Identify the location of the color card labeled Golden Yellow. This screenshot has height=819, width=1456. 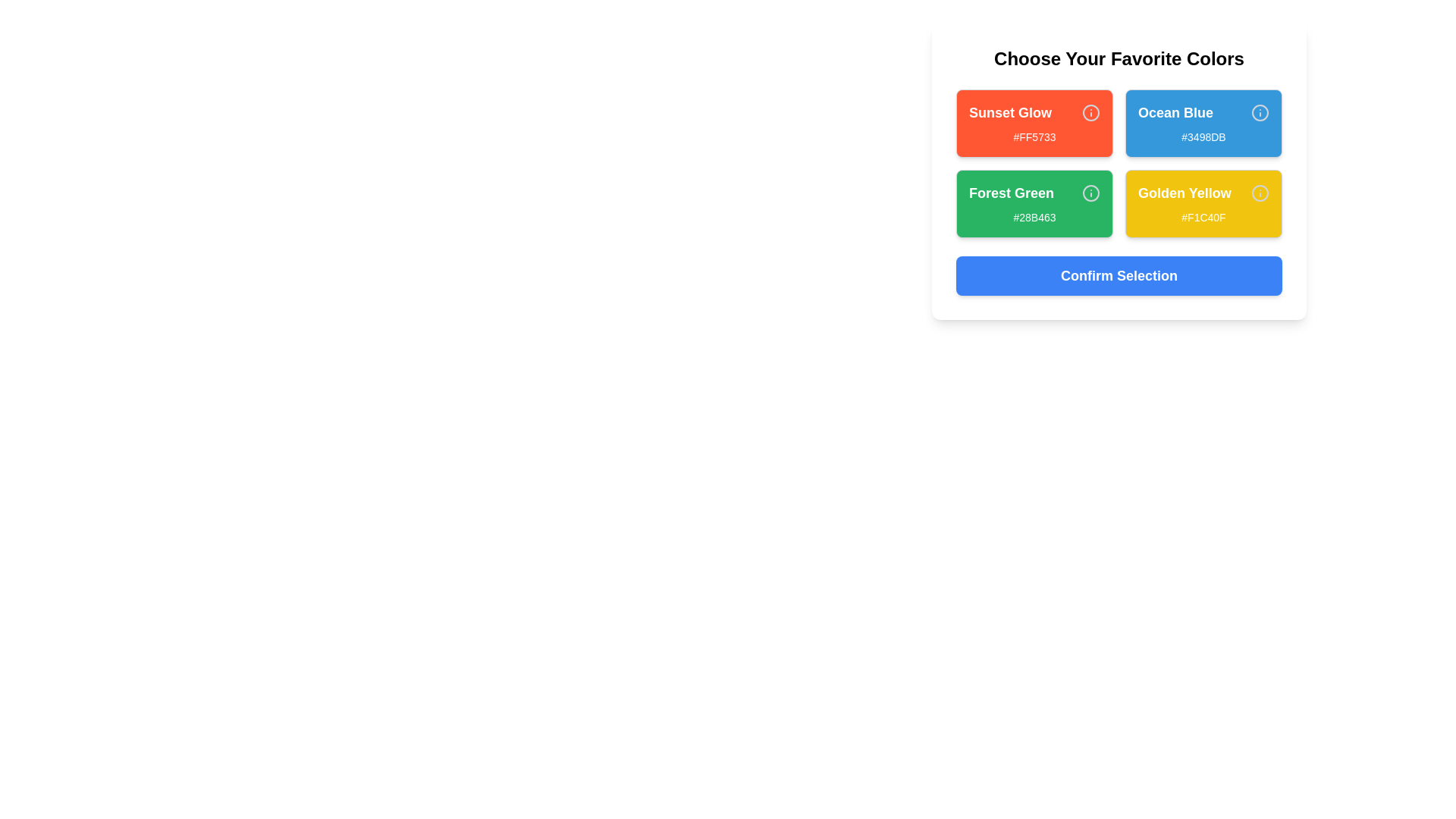
(1203, 203).